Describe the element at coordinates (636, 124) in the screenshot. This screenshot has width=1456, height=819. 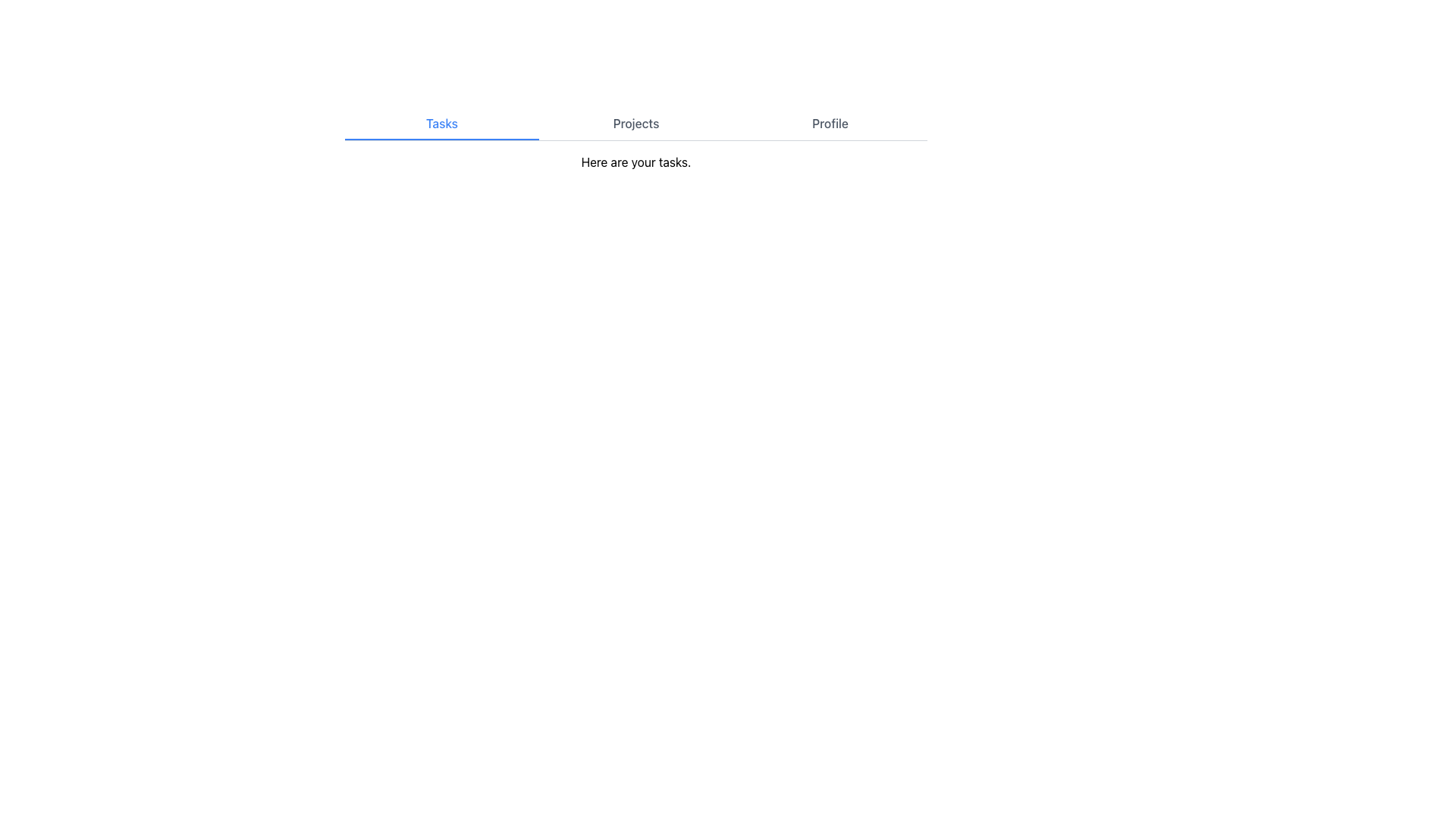
I see `the 'Projects' text button in the navigation bar` at that location.